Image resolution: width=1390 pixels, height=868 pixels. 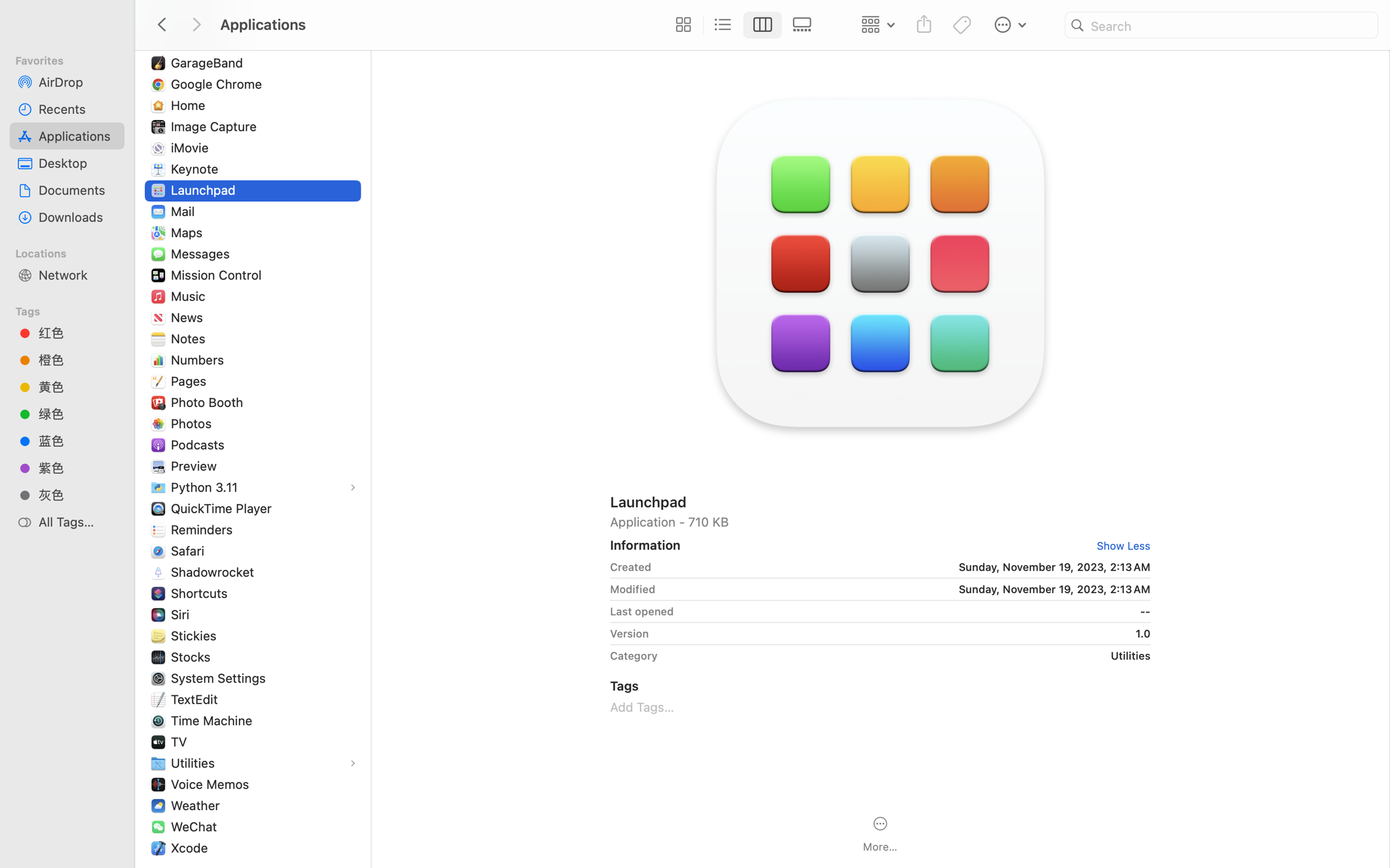 What do you see at coordinates (223, 508) in the screenshot?
I see `'QuickTime Player'` at bounding box center [223, 508].